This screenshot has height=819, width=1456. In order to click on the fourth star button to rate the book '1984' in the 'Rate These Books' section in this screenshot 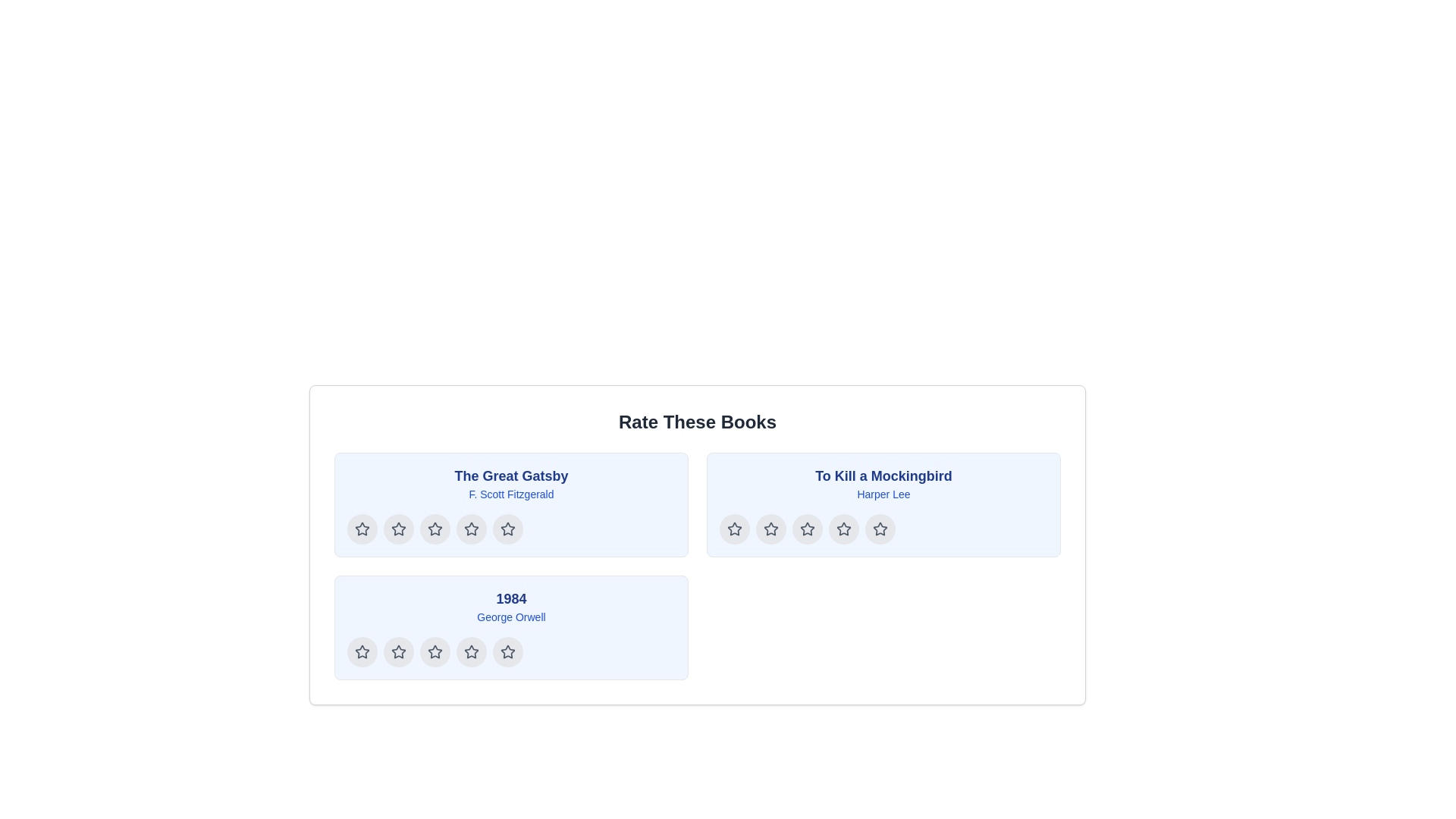, I will do `click(508, 651)`.